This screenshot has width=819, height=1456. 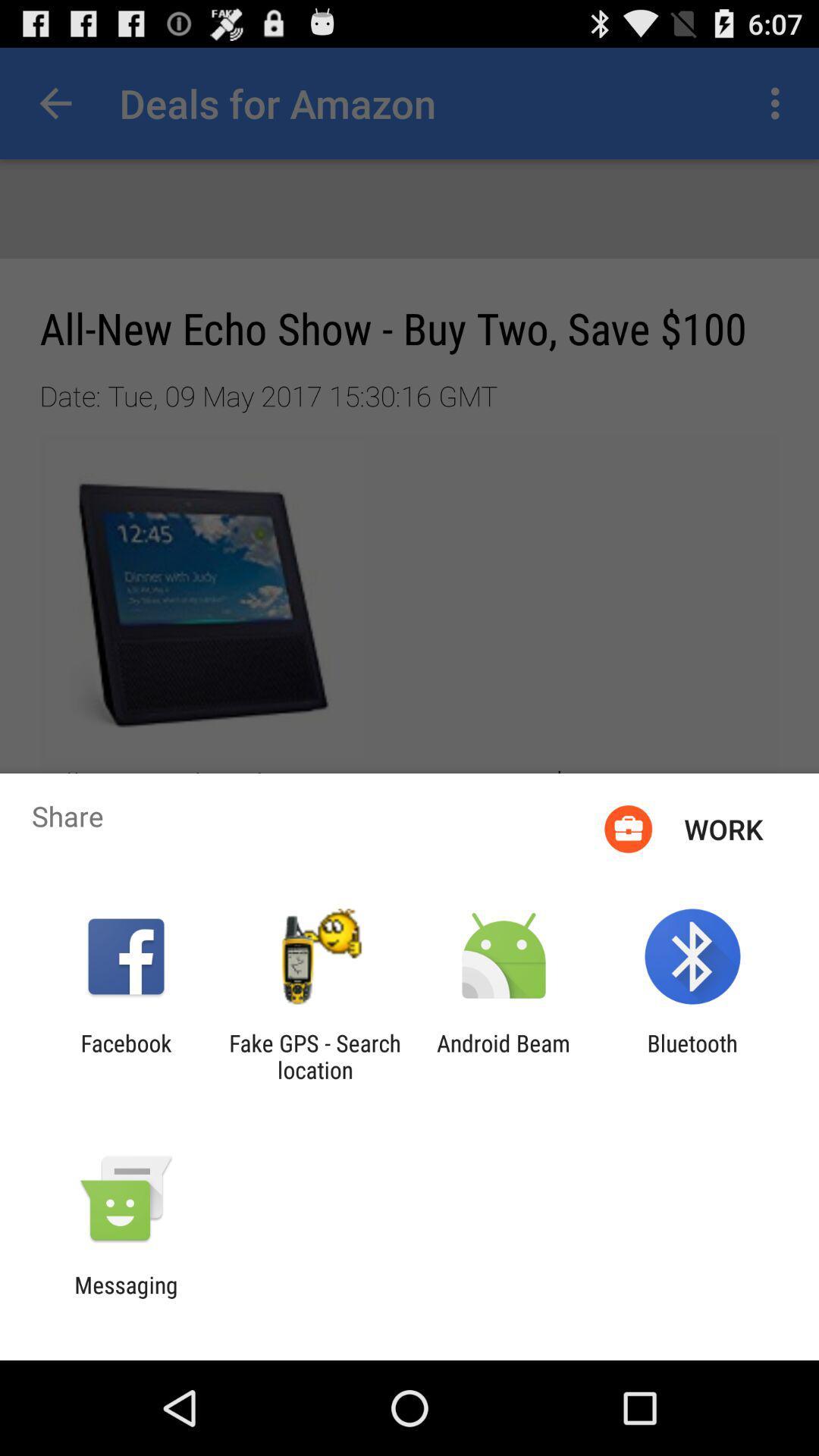 I want to click on item to the right of the fake gps search, so click(x=504, y=1056).